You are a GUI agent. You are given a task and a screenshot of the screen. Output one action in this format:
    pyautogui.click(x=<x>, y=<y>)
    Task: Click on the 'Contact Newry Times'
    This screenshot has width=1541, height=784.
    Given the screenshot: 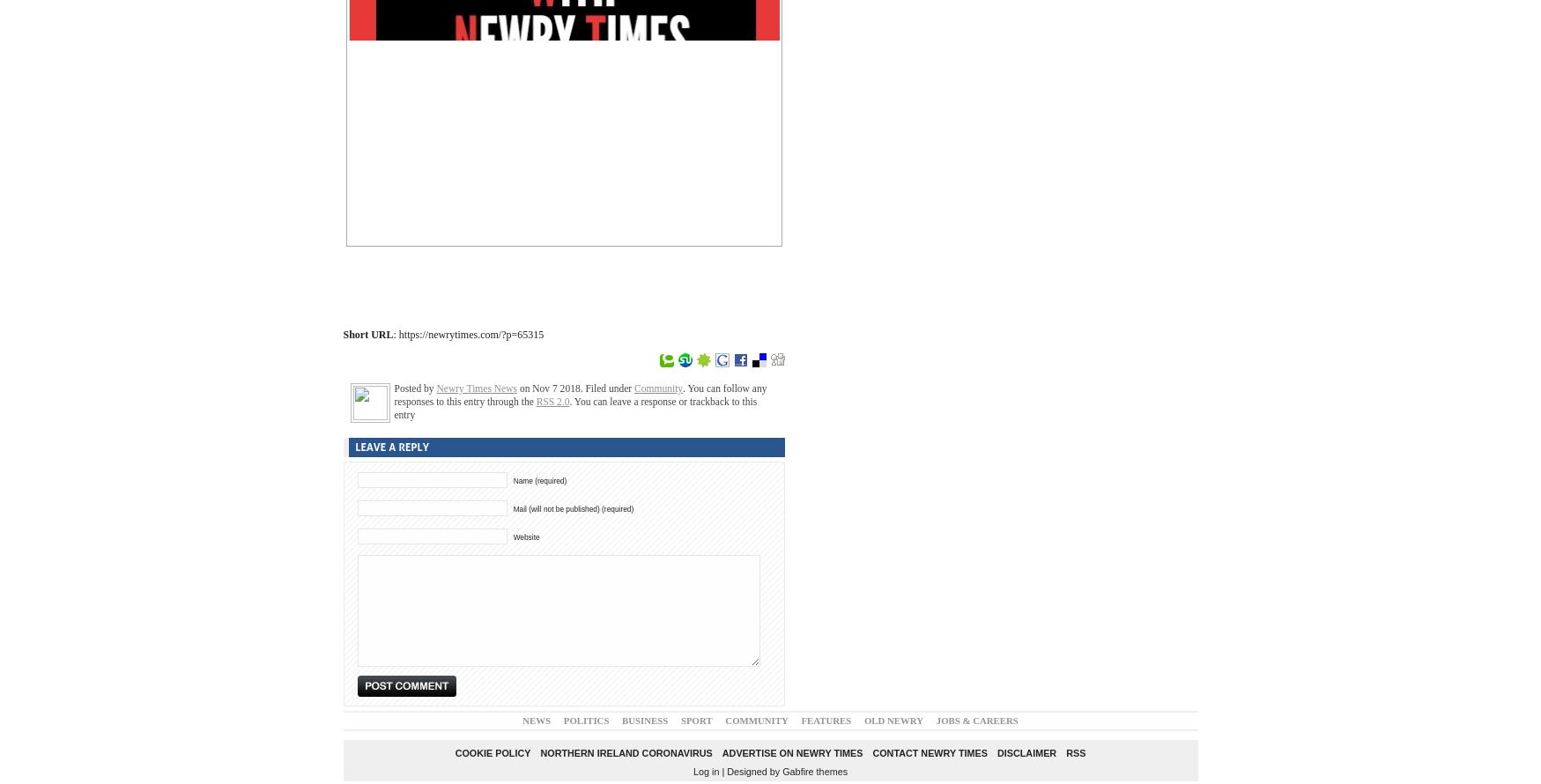 What is the action you would take?
    pyautogui.click(x=871, y=752)
    